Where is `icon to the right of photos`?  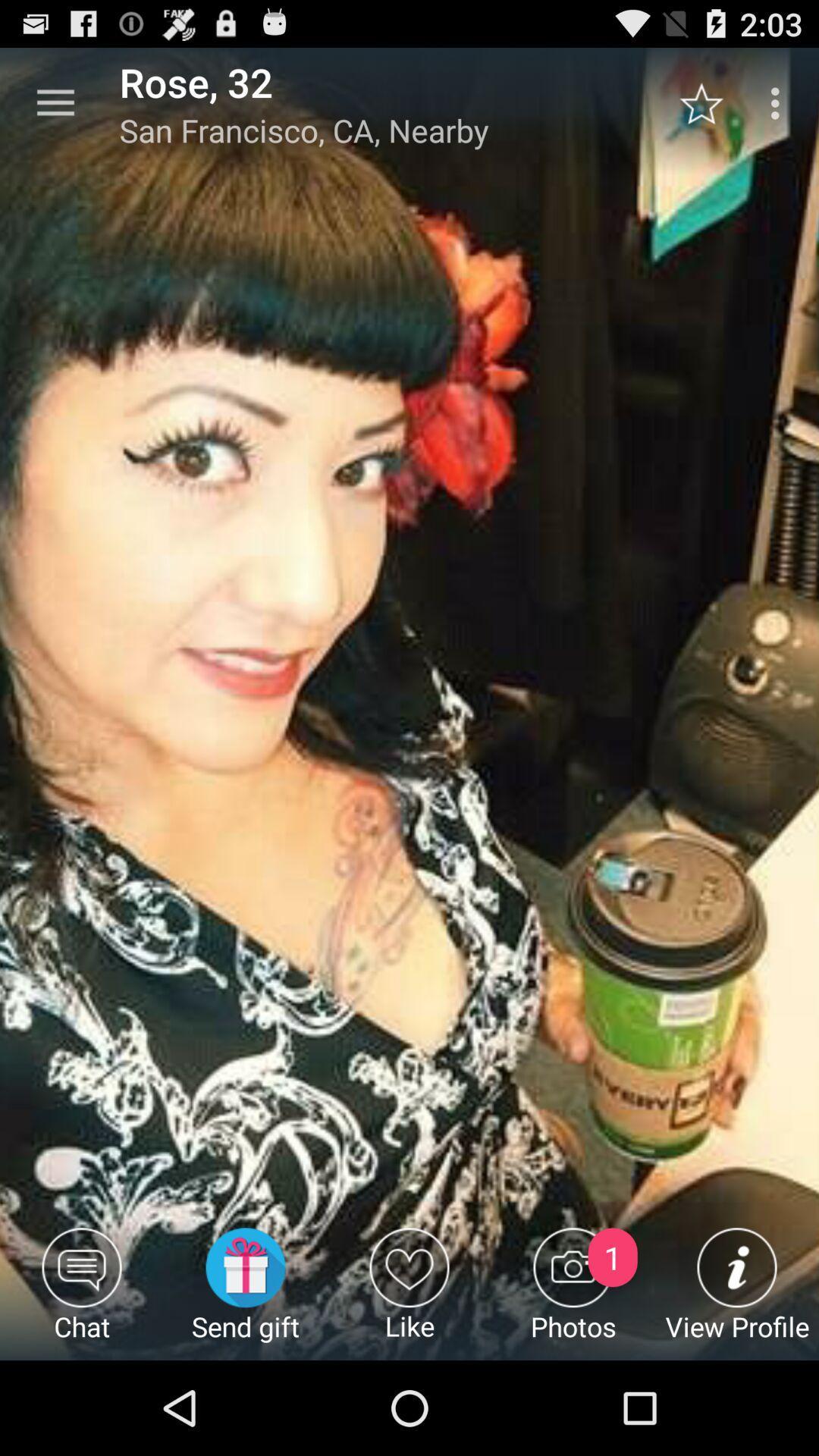
icon to the right of photos is located at coordinates (736, 1293).